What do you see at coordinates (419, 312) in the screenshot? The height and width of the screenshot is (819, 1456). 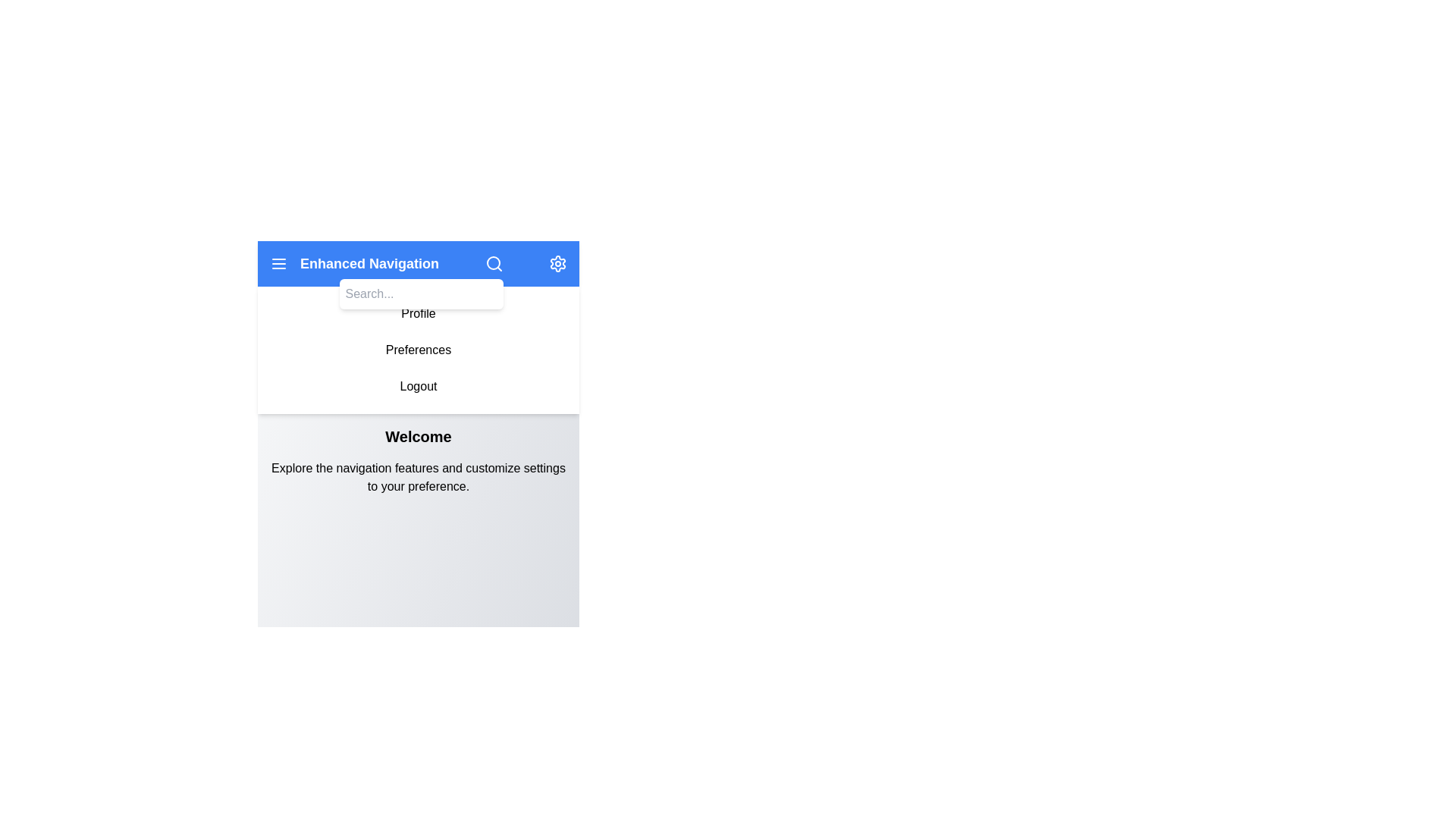 I see `the navigation option Profile from the menu` at bounding box center [419, 312].